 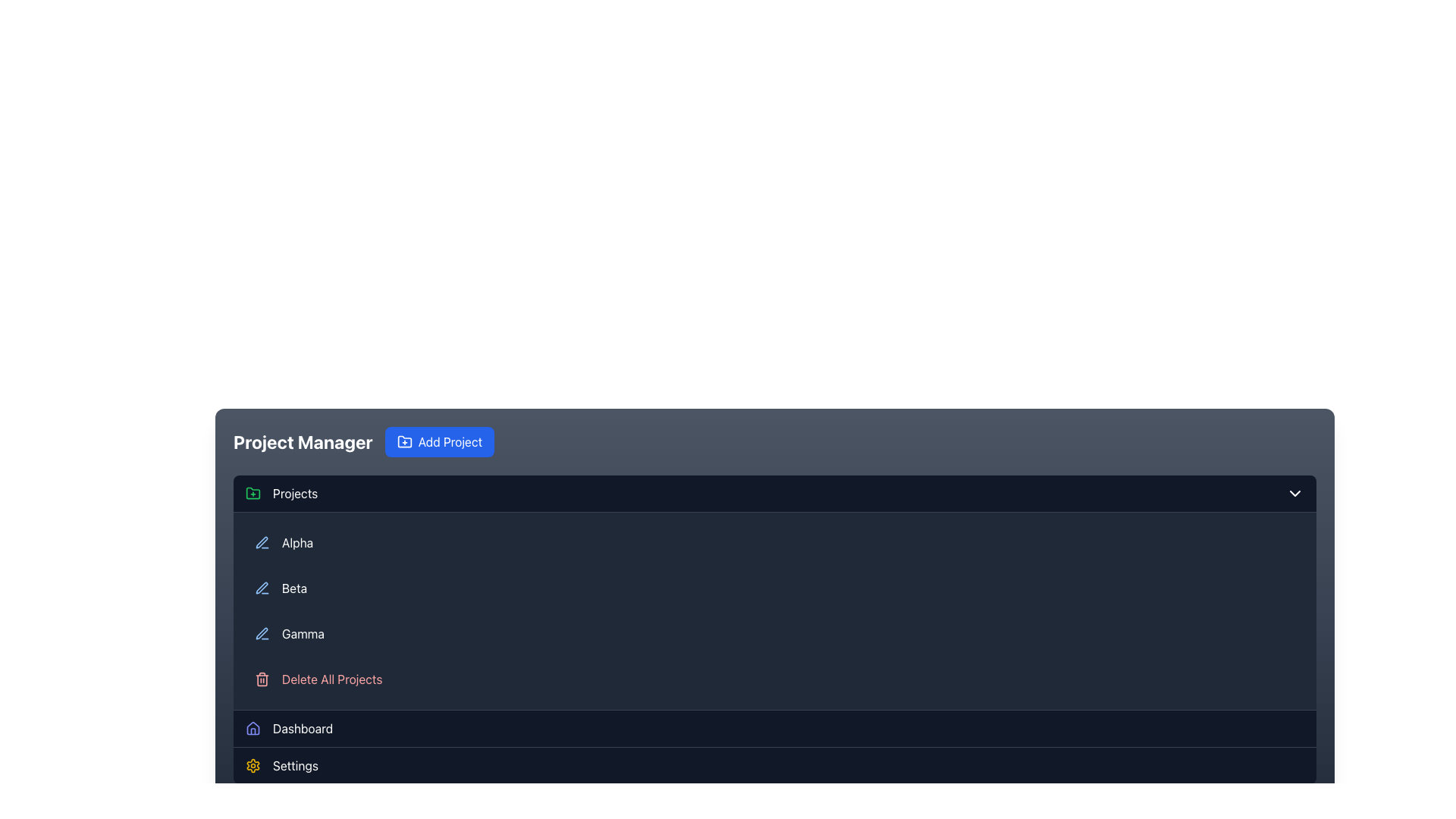 I want to click on the settings icon located at the bottom of the sidebar, so click(x=253, y=766).